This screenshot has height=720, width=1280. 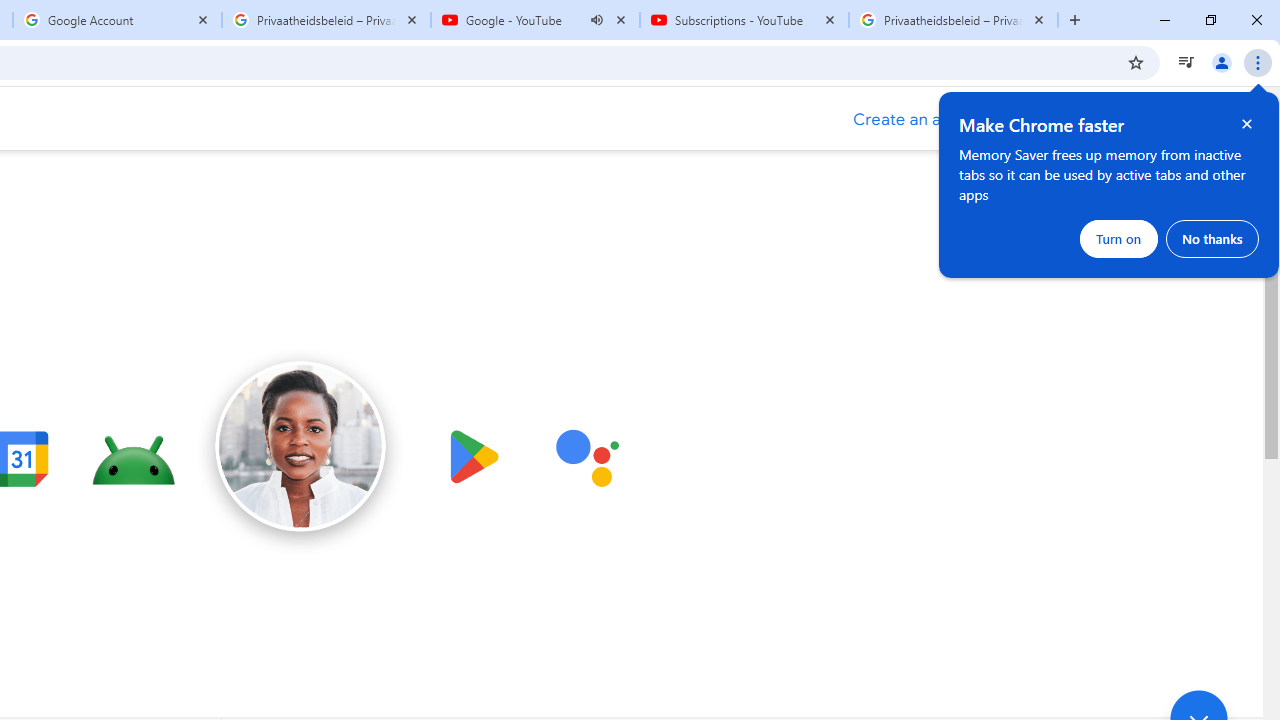 What do you see at coordinates (923, 119) in the screenshot?
I see `'Create a Google Account'` at bounding box center [923, 119].